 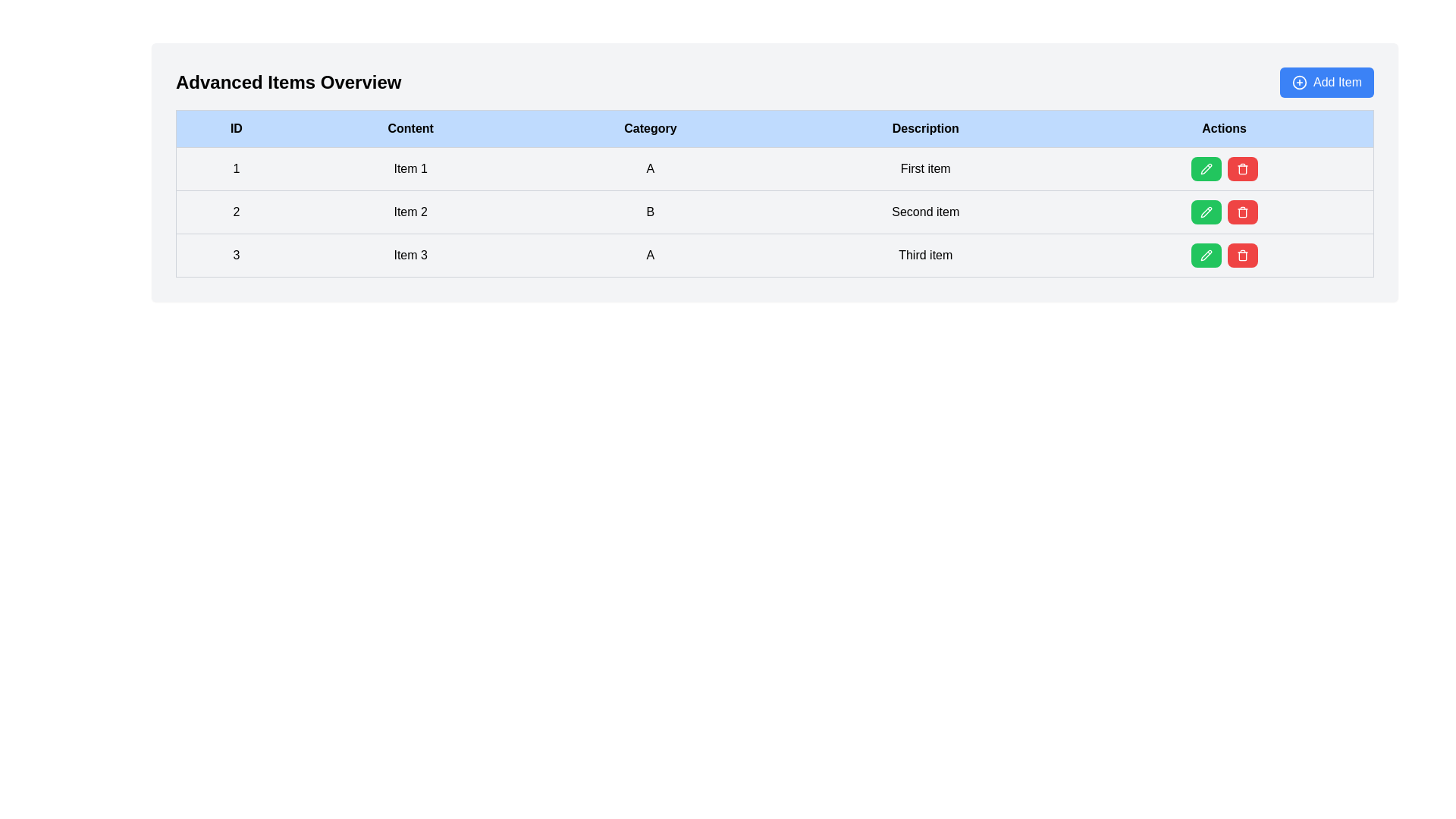 What do you see at coordinates (1205, 169) in the screenshot?
I see `the green button with white text and a pencil icon located in the 'Actions' column of the first row of a table` at bounding box center [1205, 169].